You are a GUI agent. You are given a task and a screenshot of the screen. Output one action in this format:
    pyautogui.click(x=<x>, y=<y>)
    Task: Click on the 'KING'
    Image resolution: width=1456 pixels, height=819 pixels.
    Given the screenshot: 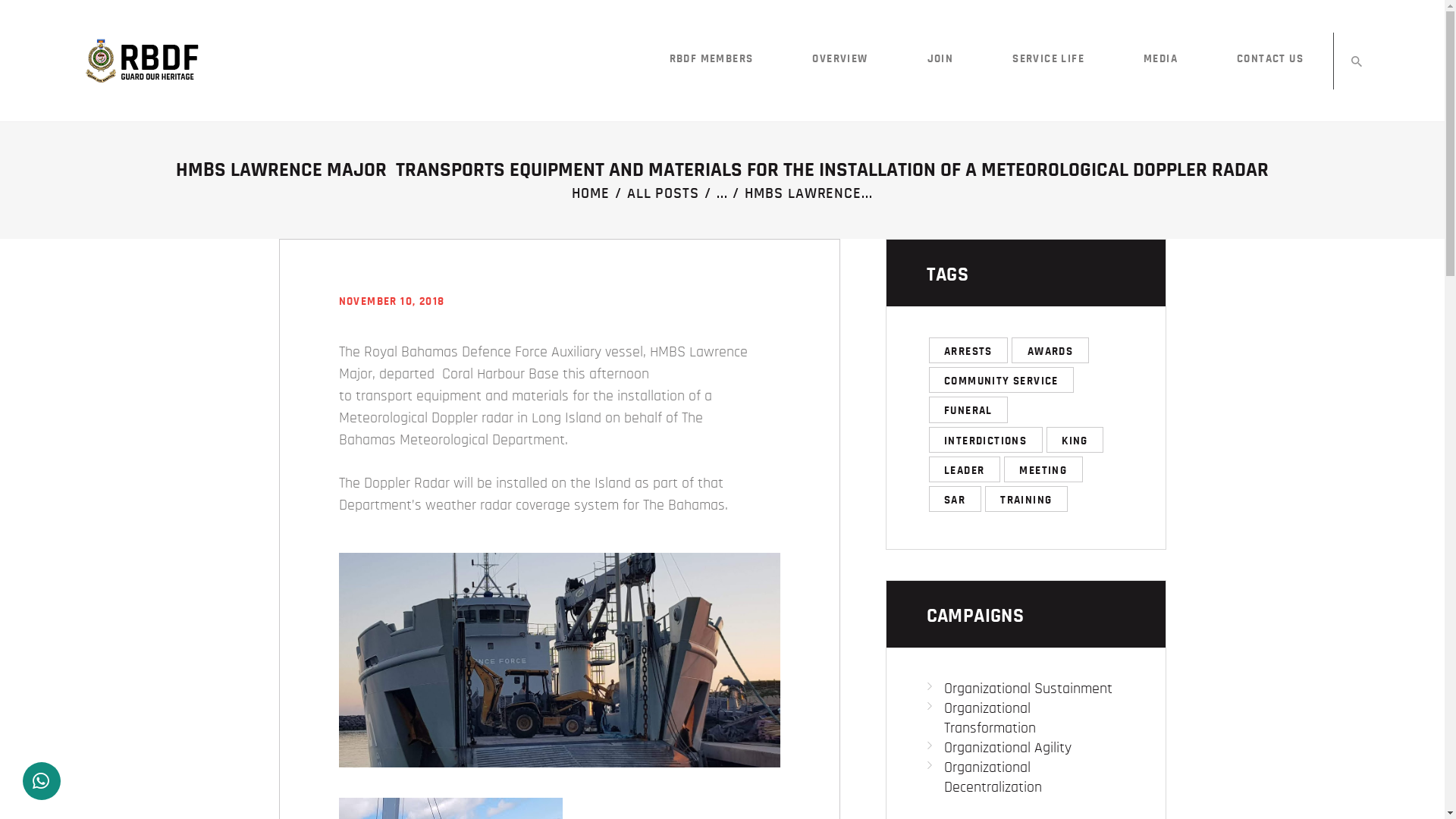 What is the action you would take?
    pyautogui.click(x=1046, y=439)
    